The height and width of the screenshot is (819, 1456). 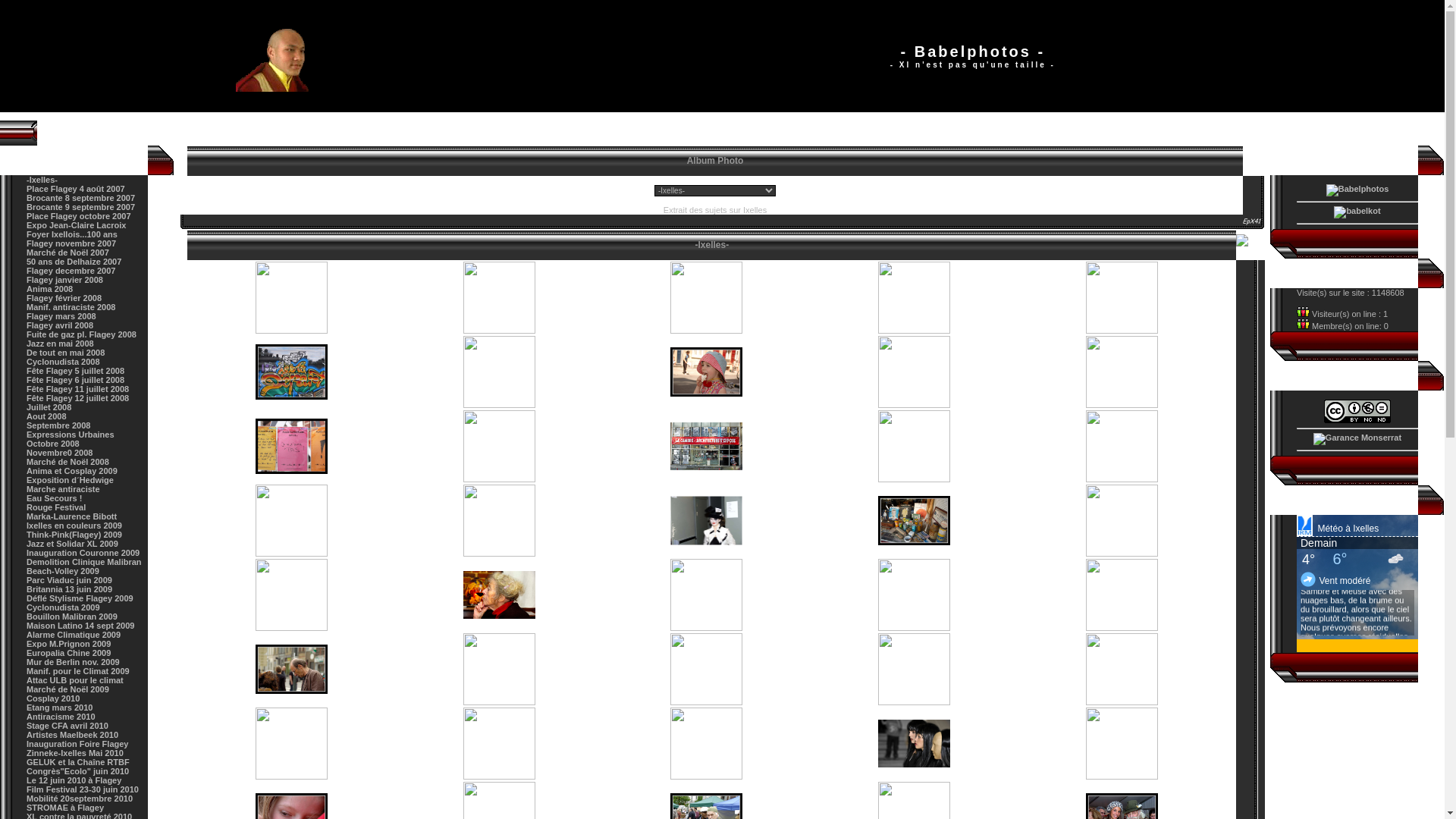 I want to click on '50 ans de Delhaize 2007', so click(x=73, y=260).